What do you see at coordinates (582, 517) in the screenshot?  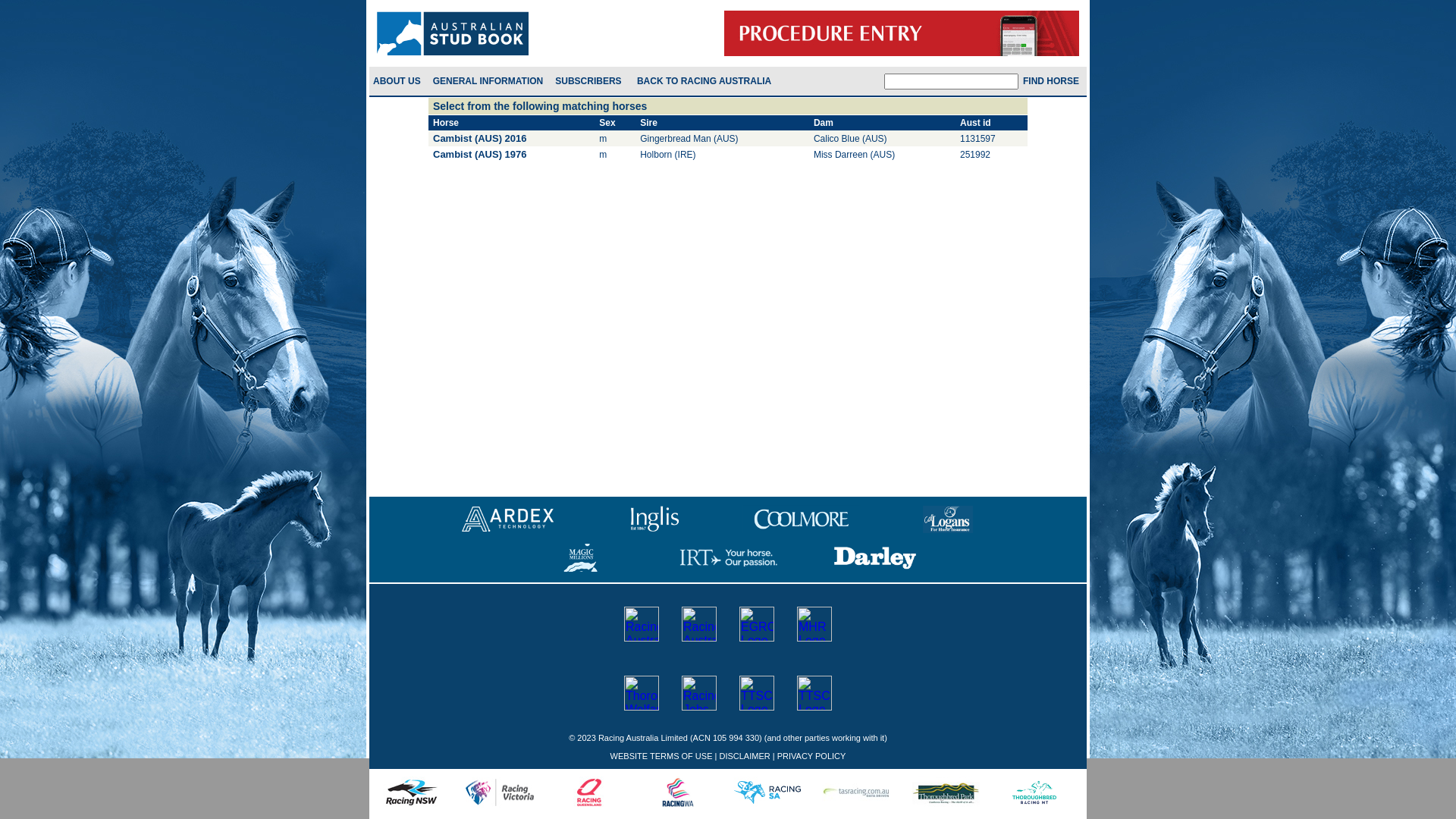 I see `'Inglis'` at bounding box center [582, 517].